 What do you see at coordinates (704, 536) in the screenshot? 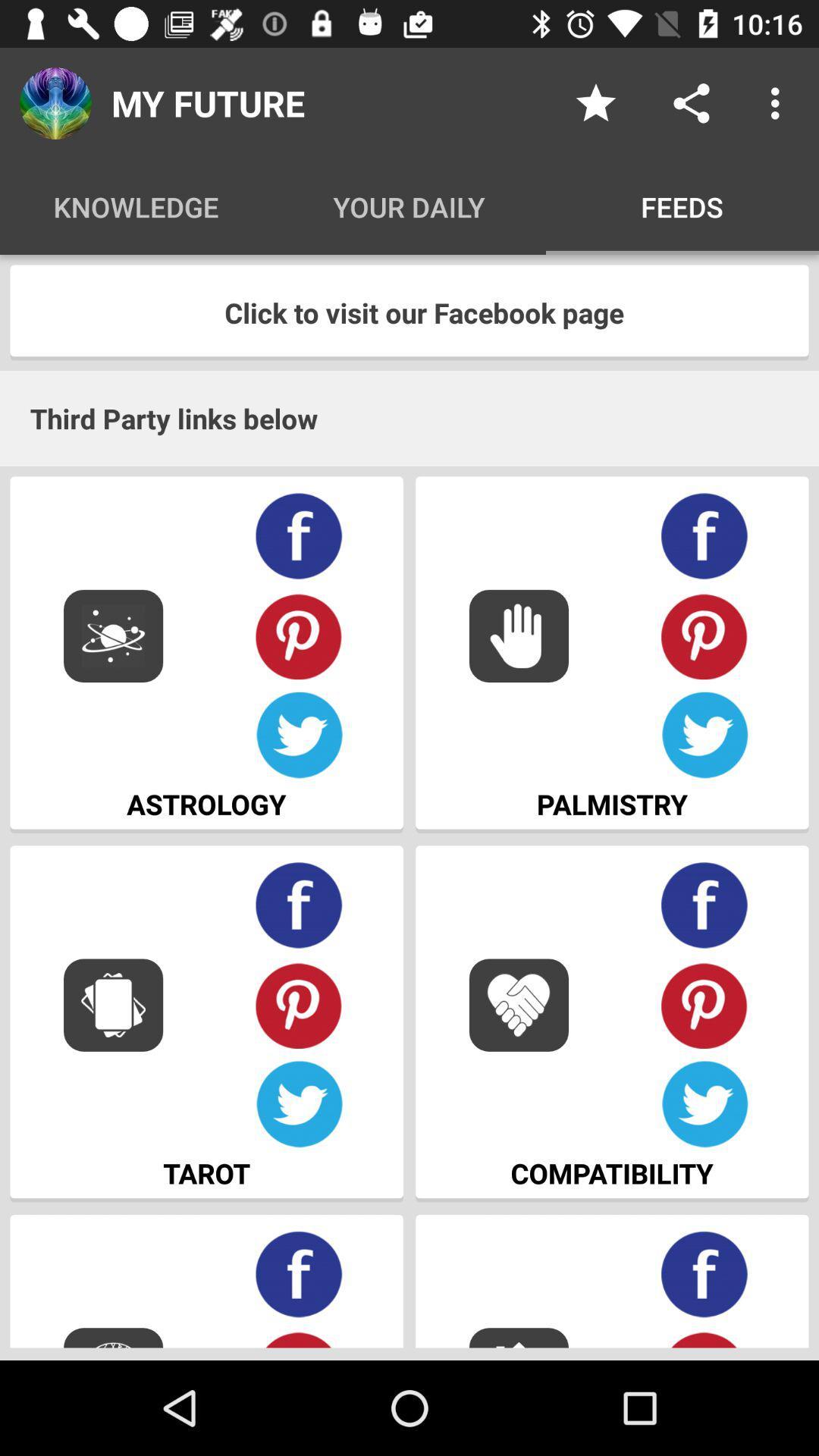
I see `facebook` at bounding box center [704, 536].